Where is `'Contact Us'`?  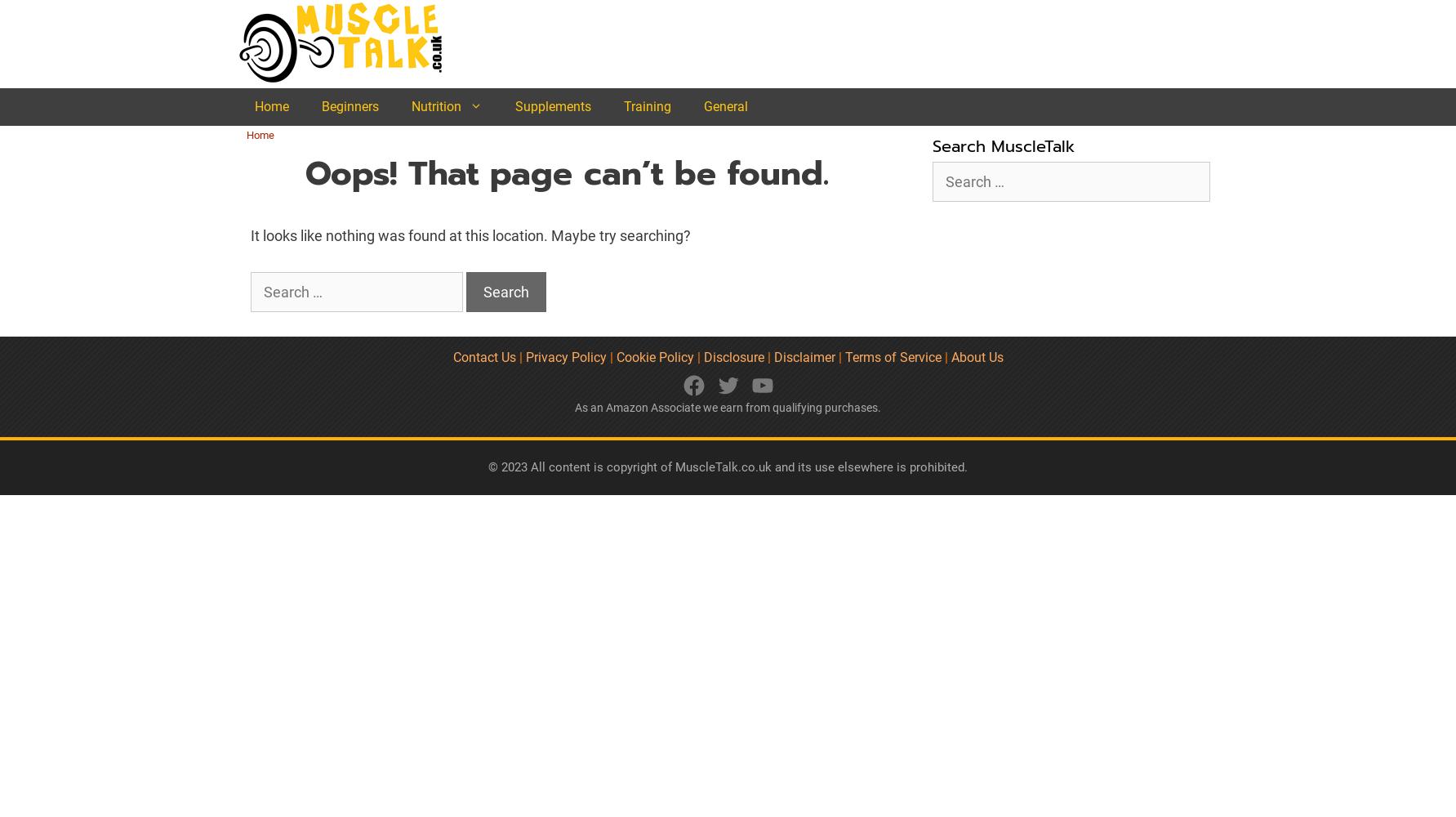 'Contact Us' is located at coordinates (483, 356).